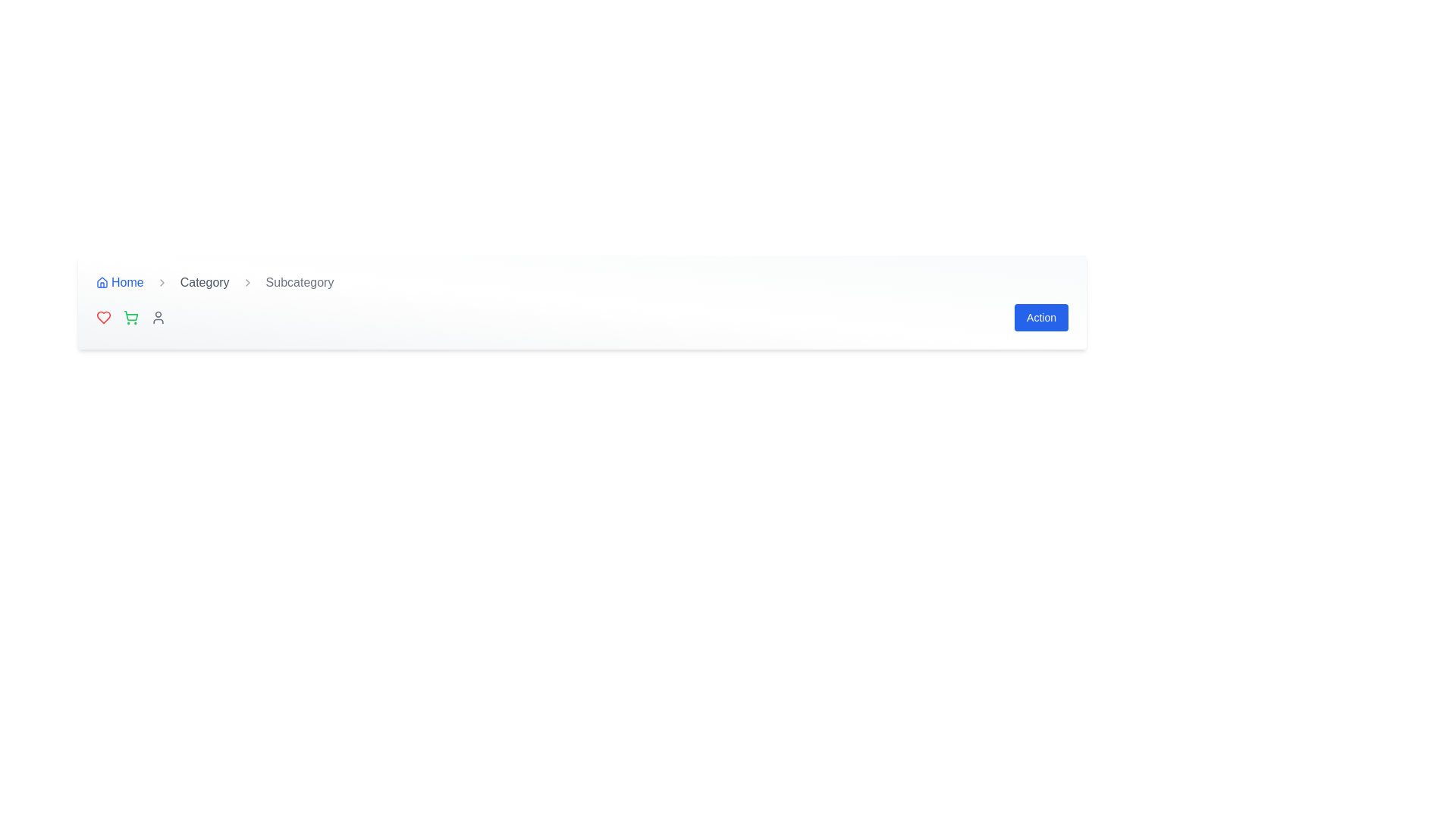  Describe the element at coordinates (204, 282) in the screenshot. I see `the second clickable item` at that location.